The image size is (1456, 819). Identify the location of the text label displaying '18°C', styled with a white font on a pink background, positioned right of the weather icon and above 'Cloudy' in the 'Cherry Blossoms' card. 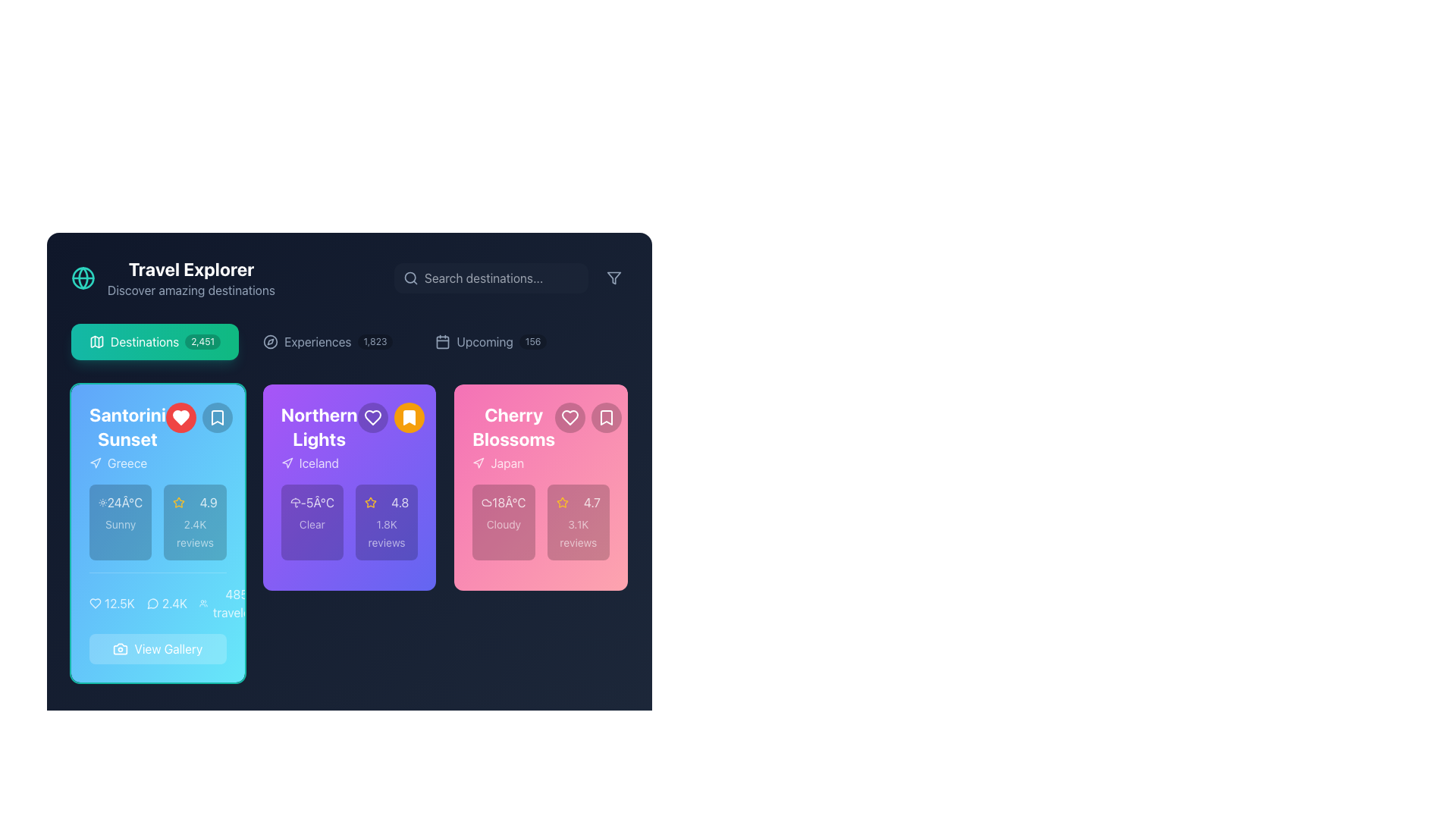
(509, 503).